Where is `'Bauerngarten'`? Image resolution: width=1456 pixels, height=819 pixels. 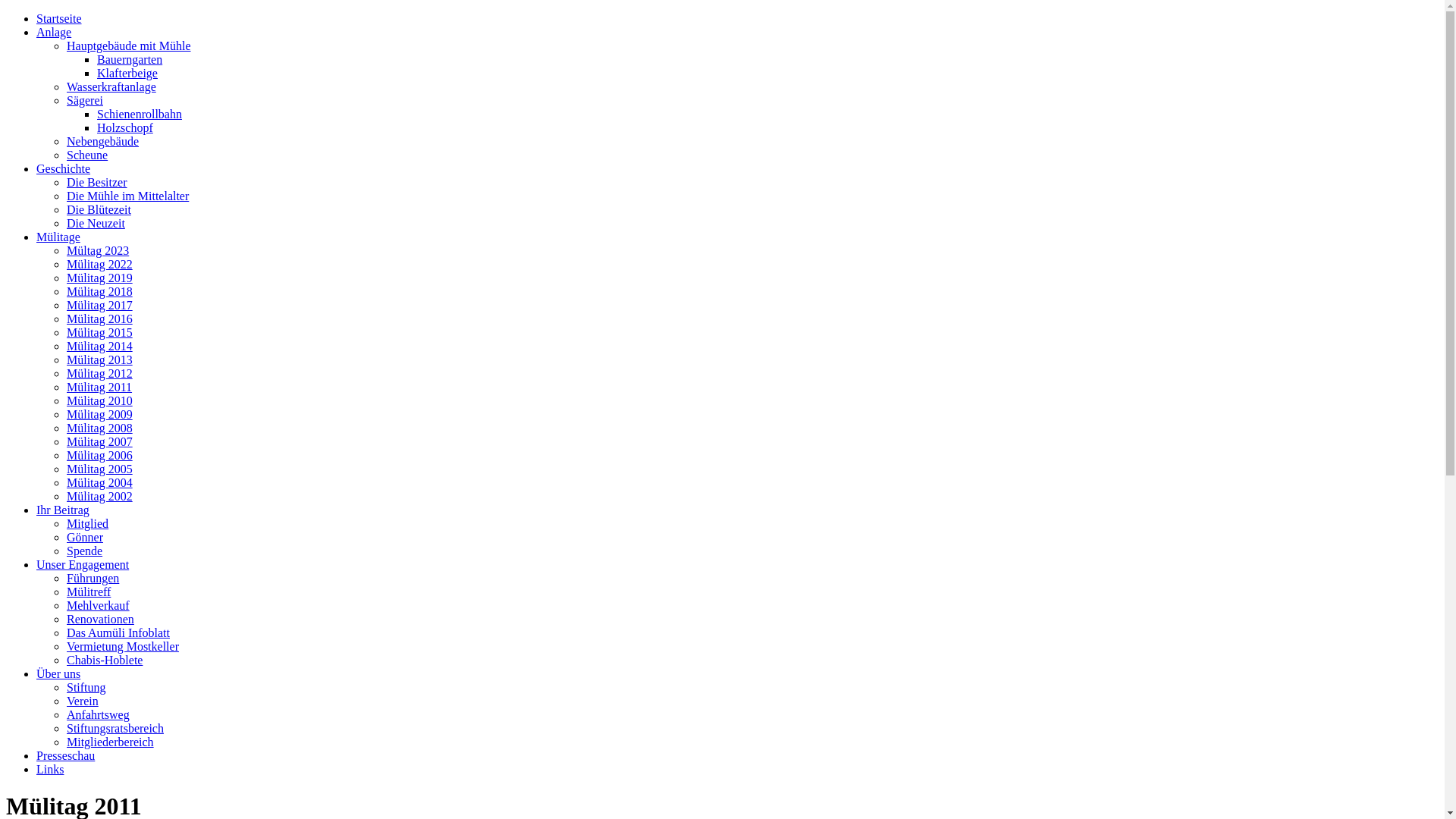 'Bauerngarten' is located at coordinates (130, 58).